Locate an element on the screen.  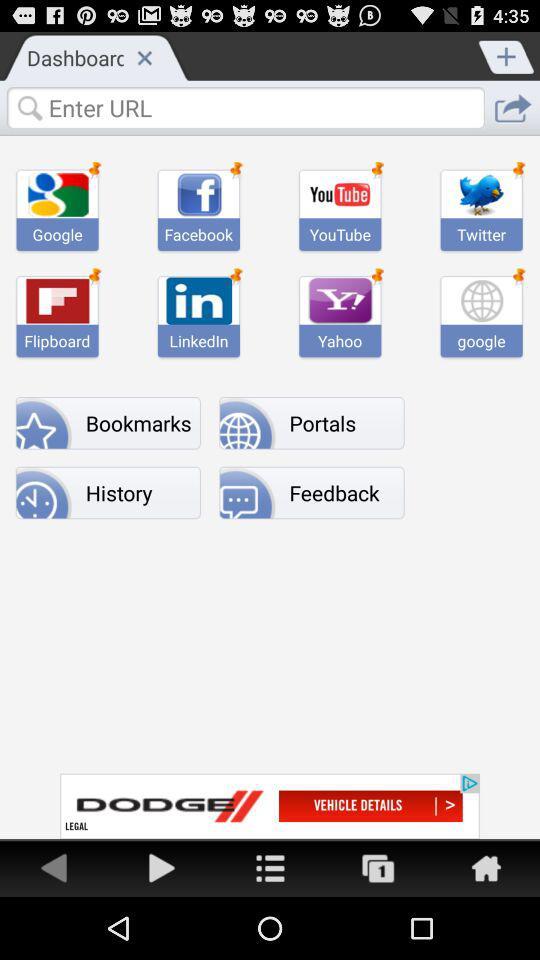
the home icon is located at coordinates (485, 928).